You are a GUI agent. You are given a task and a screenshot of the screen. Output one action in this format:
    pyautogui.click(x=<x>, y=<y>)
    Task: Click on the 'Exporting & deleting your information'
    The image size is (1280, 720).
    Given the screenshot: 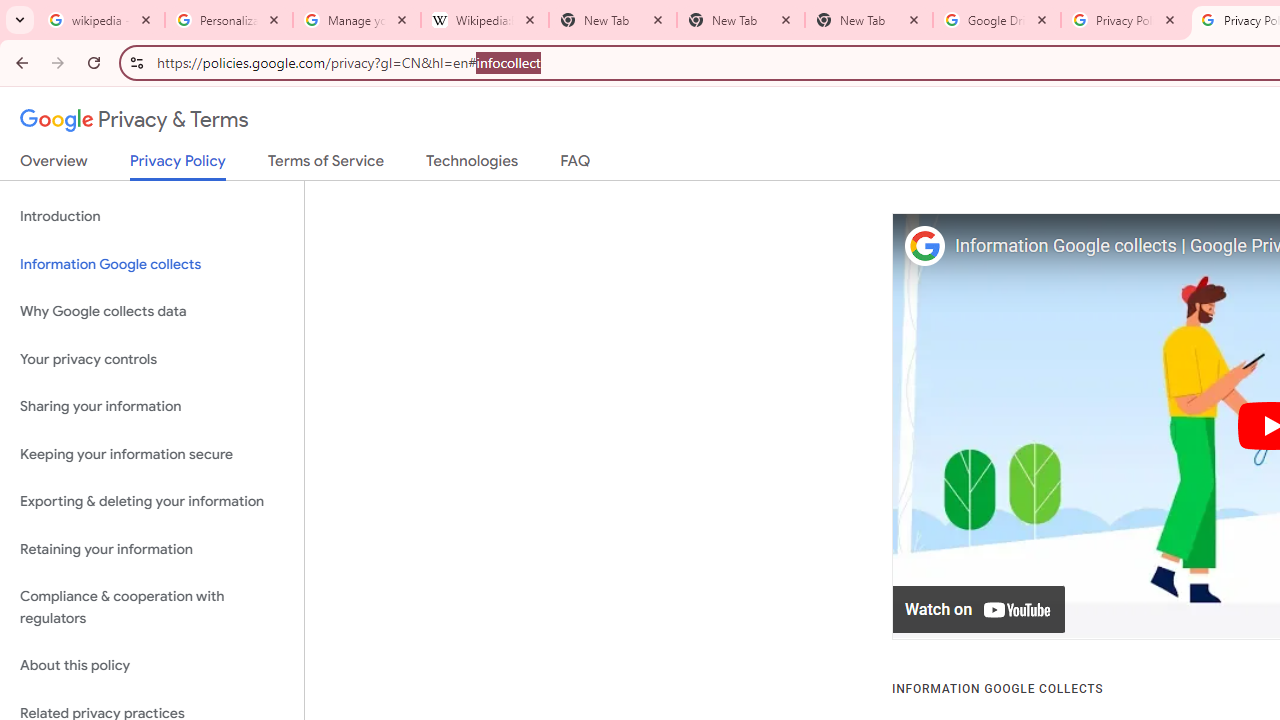 What is the action you would take?
    pyautogui.click(x=151, y=501)
    